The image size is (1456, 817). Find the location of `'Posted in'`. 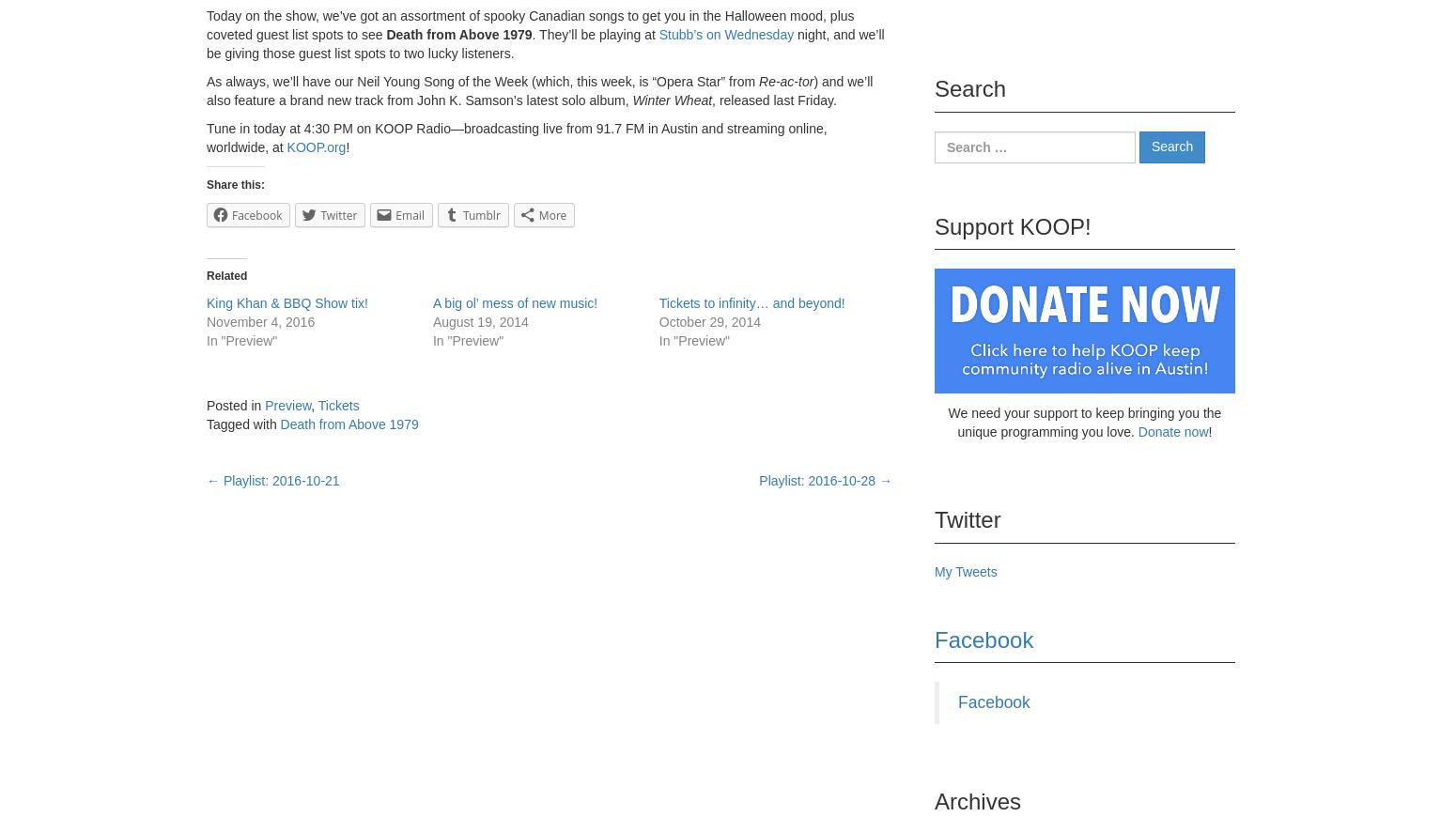

'Posted in' is located at coordinates (205, 406).